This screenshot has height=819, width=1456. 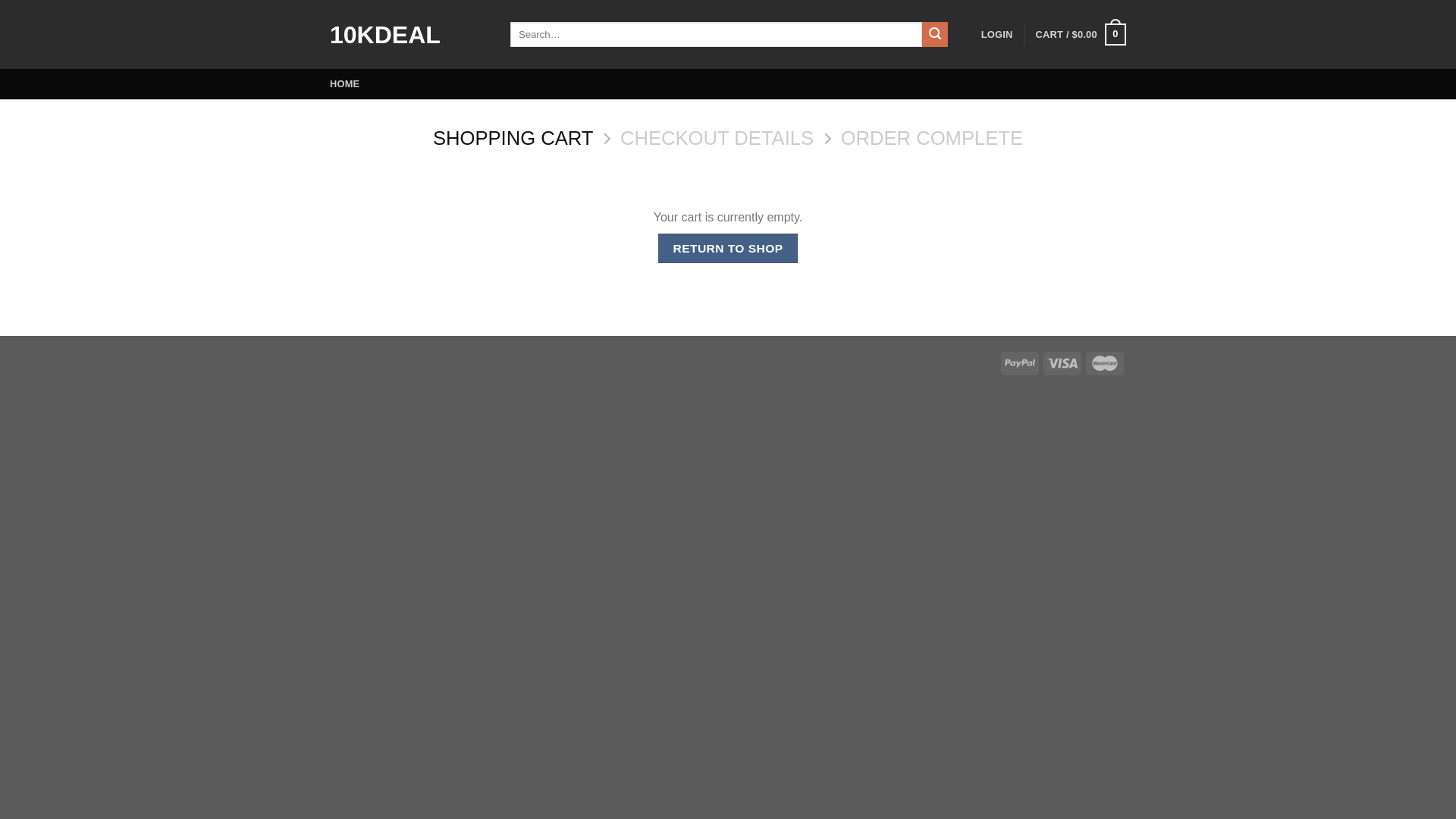 What do you see at coordinates (408, 34) in the screenshot?
I see `'10KDEAL'` at bounding box center [408, 34].